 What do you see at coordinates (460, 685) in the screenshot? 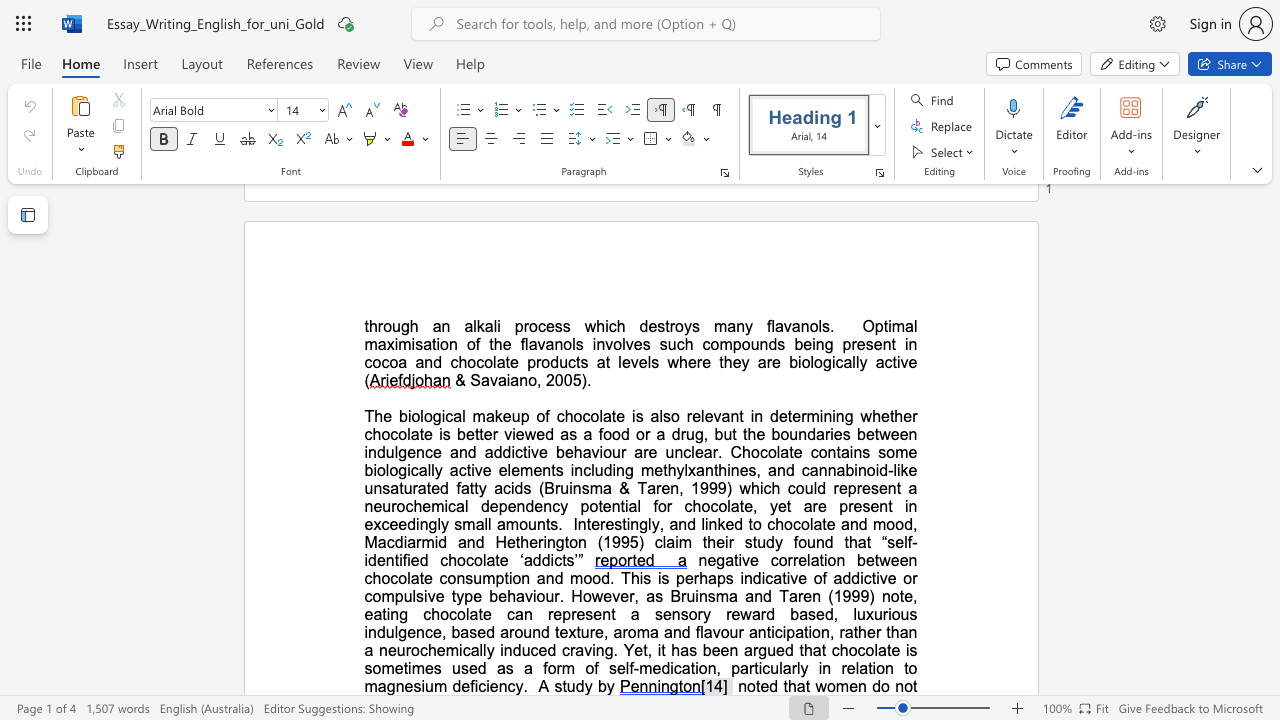
I see `the subset text "eficien" within the text "and flavour anticipation, rather than a neurochemically induced craving. Yet, it has been argued that chocolate is sometimes used as a form of self-medication, particularly in relation to magnesium deficiency"` at bounding box center [460, 685].